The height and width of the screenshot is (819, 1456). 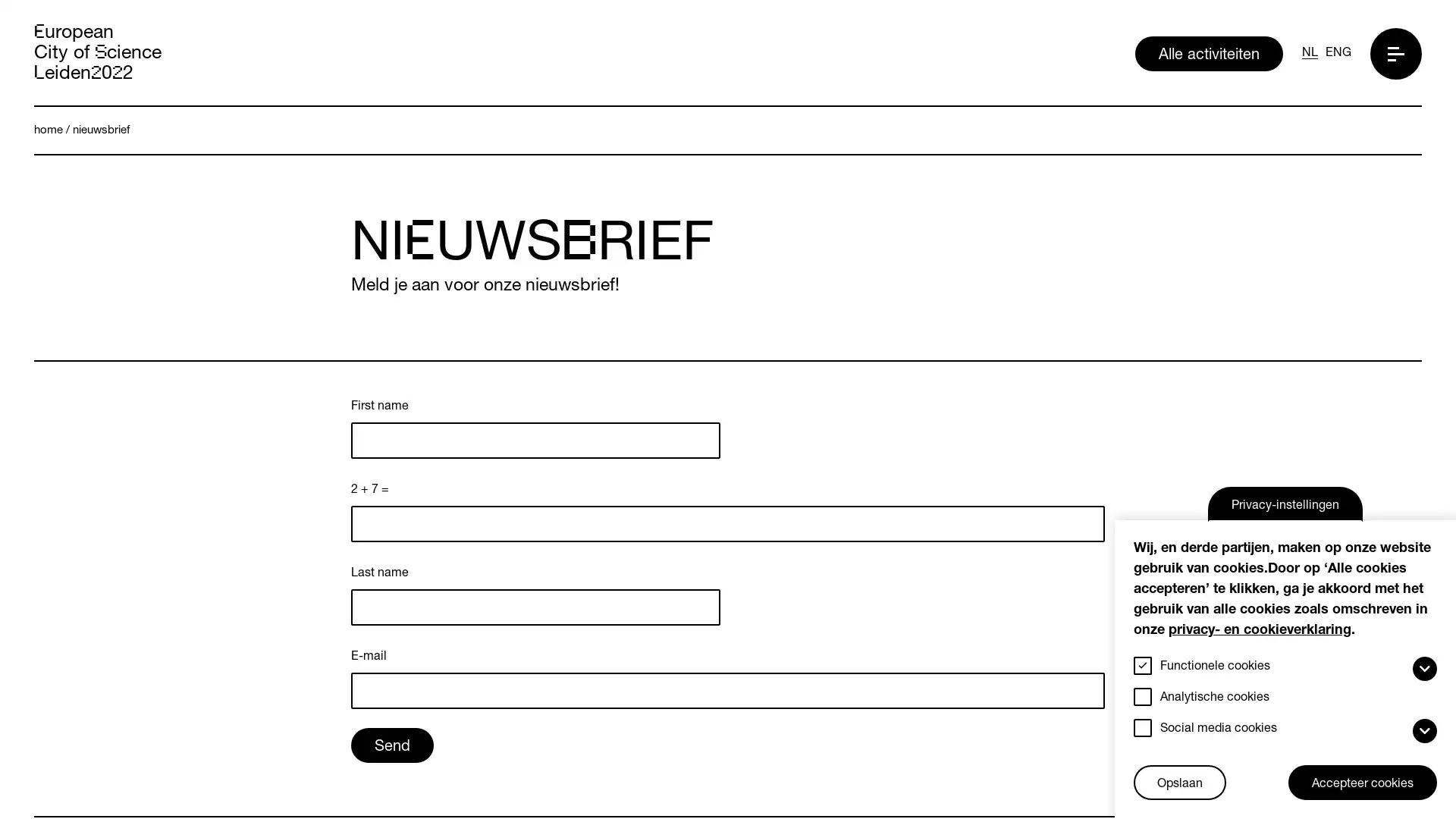 I want to click on Privacy-instellingen, so click(x=1284, y=504).